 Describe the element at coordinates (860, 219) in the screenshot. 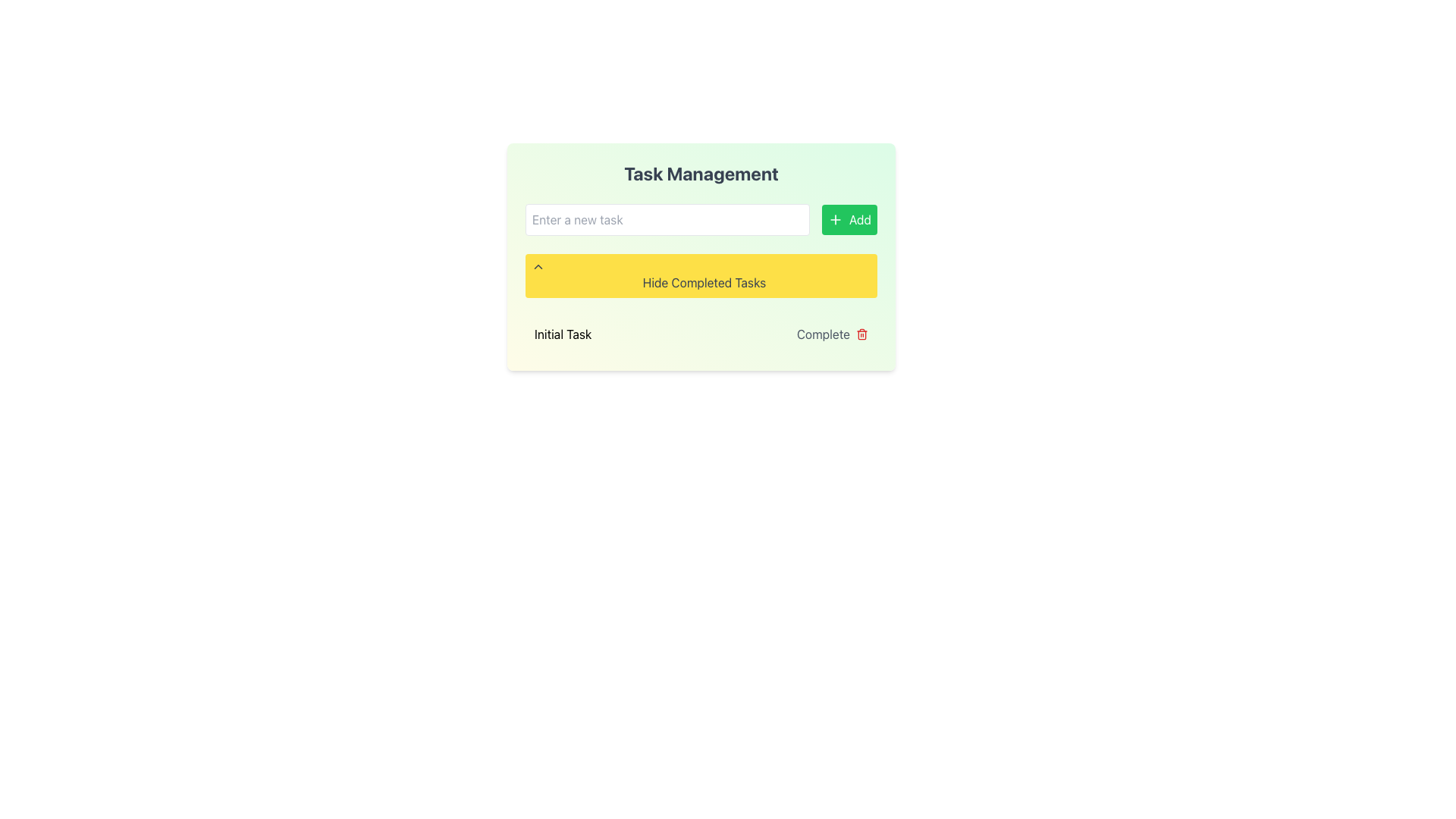

I see `the text label 'Add' which is styled with a white font on a green background` at that location.